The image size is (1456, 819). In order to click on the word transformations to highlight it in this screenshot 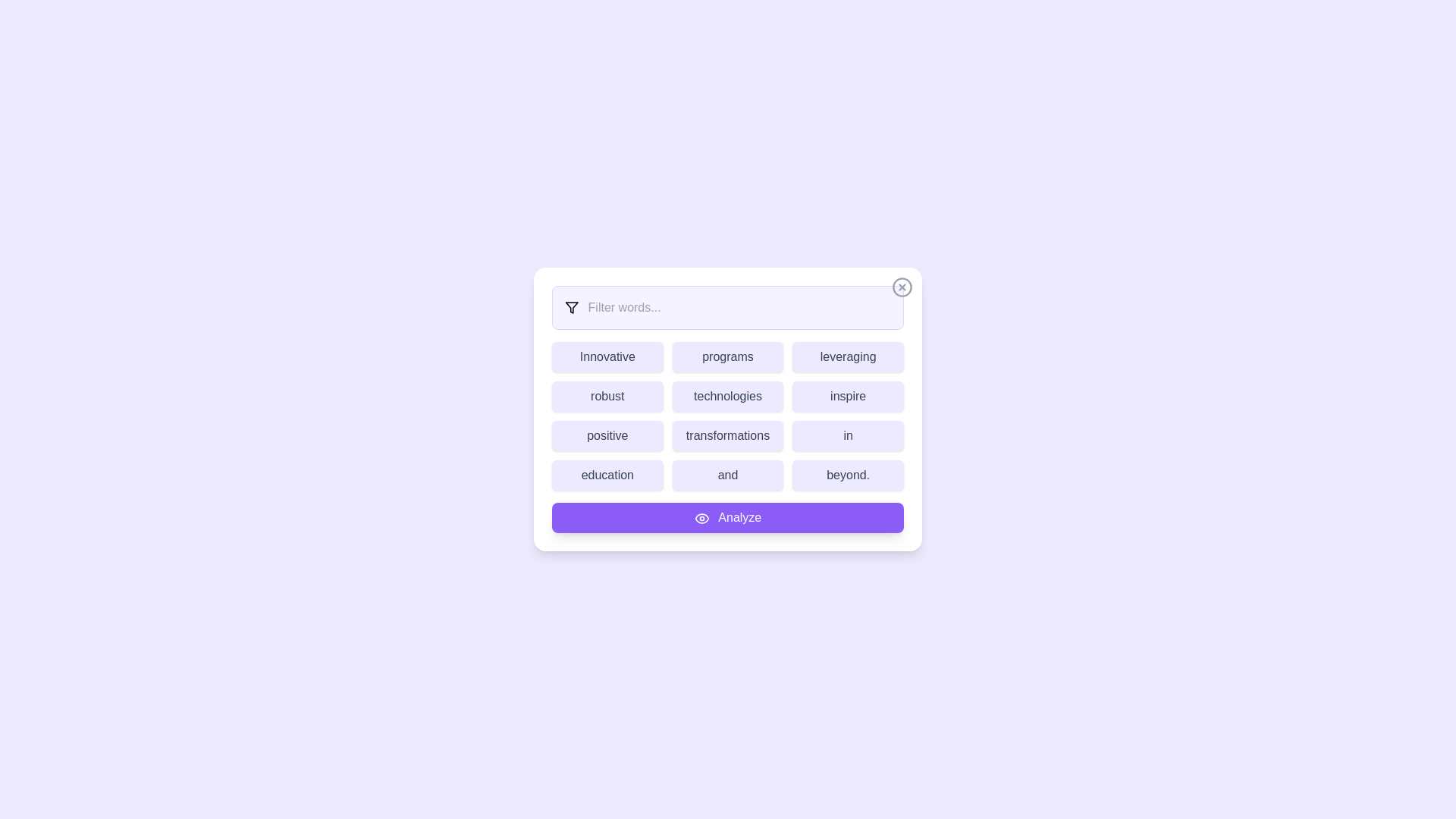, I will do `click(728, 435)`.